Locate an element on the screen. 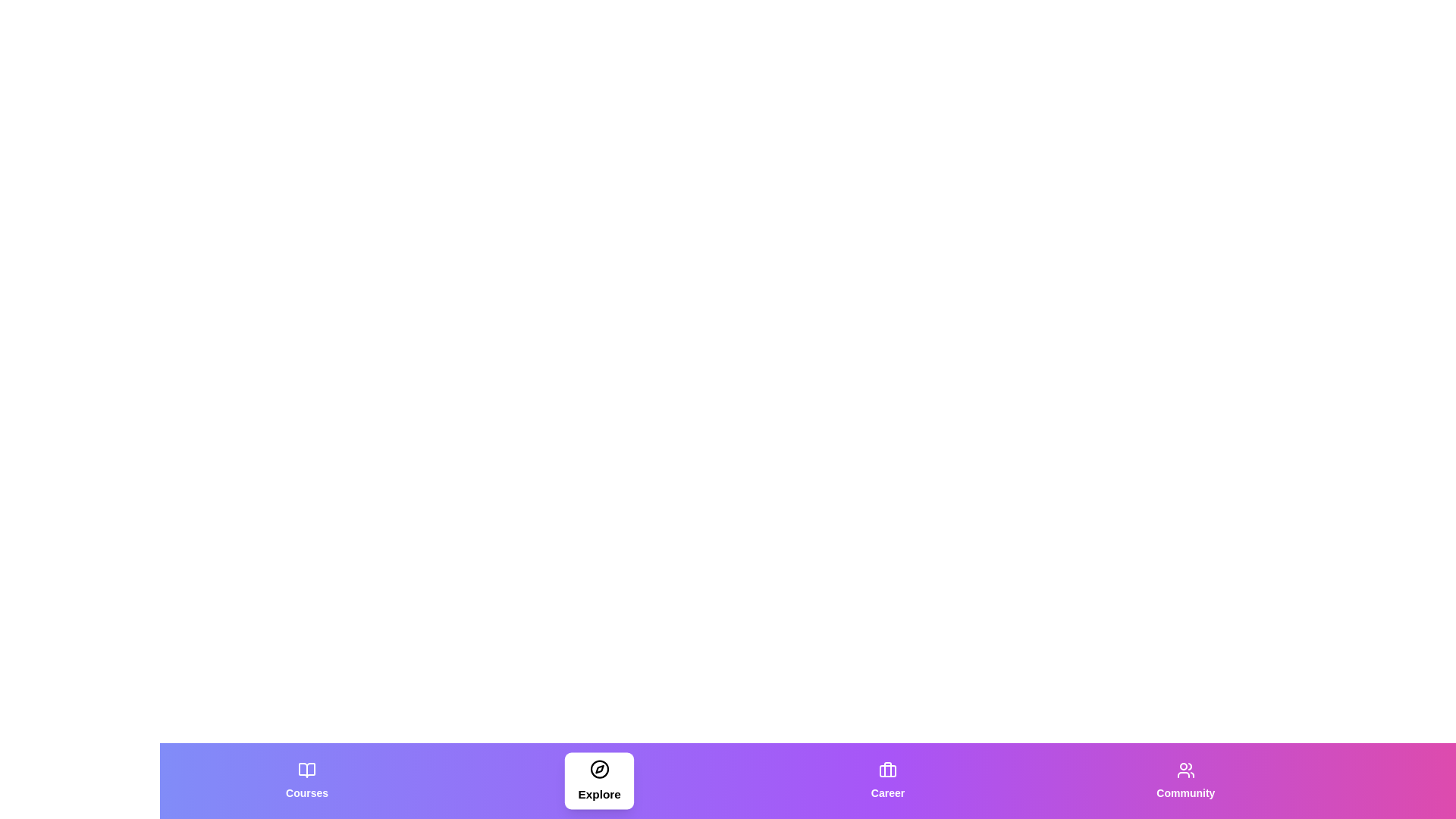 This screenshot has width=1456, height=819. the tab labeled Career is located at coordinates (888, 780).